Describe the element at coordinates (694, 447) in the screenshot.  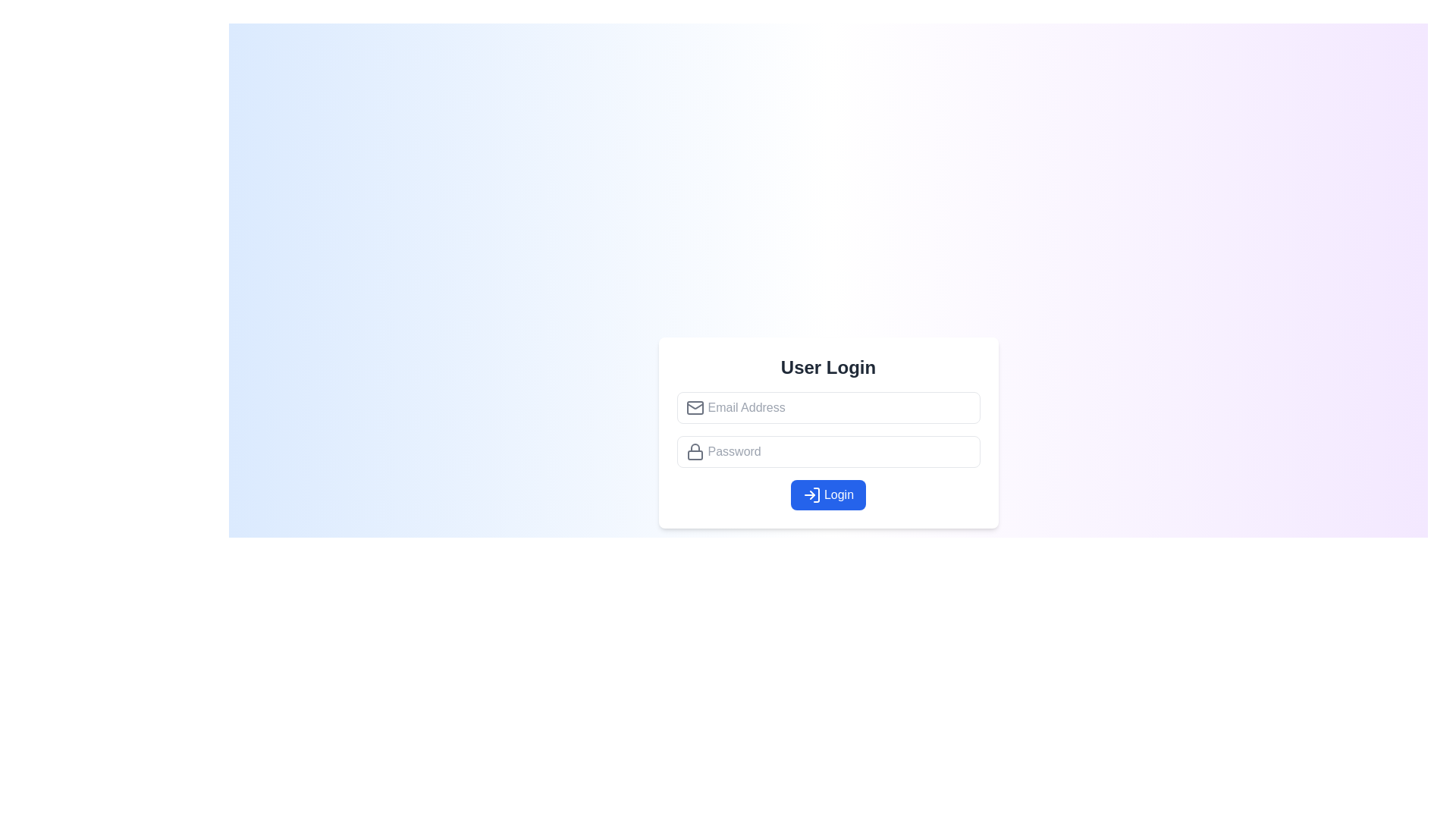
I see `the upper part of the padlock icon, which visually represents security in the login form, next to the password input field` at that location.